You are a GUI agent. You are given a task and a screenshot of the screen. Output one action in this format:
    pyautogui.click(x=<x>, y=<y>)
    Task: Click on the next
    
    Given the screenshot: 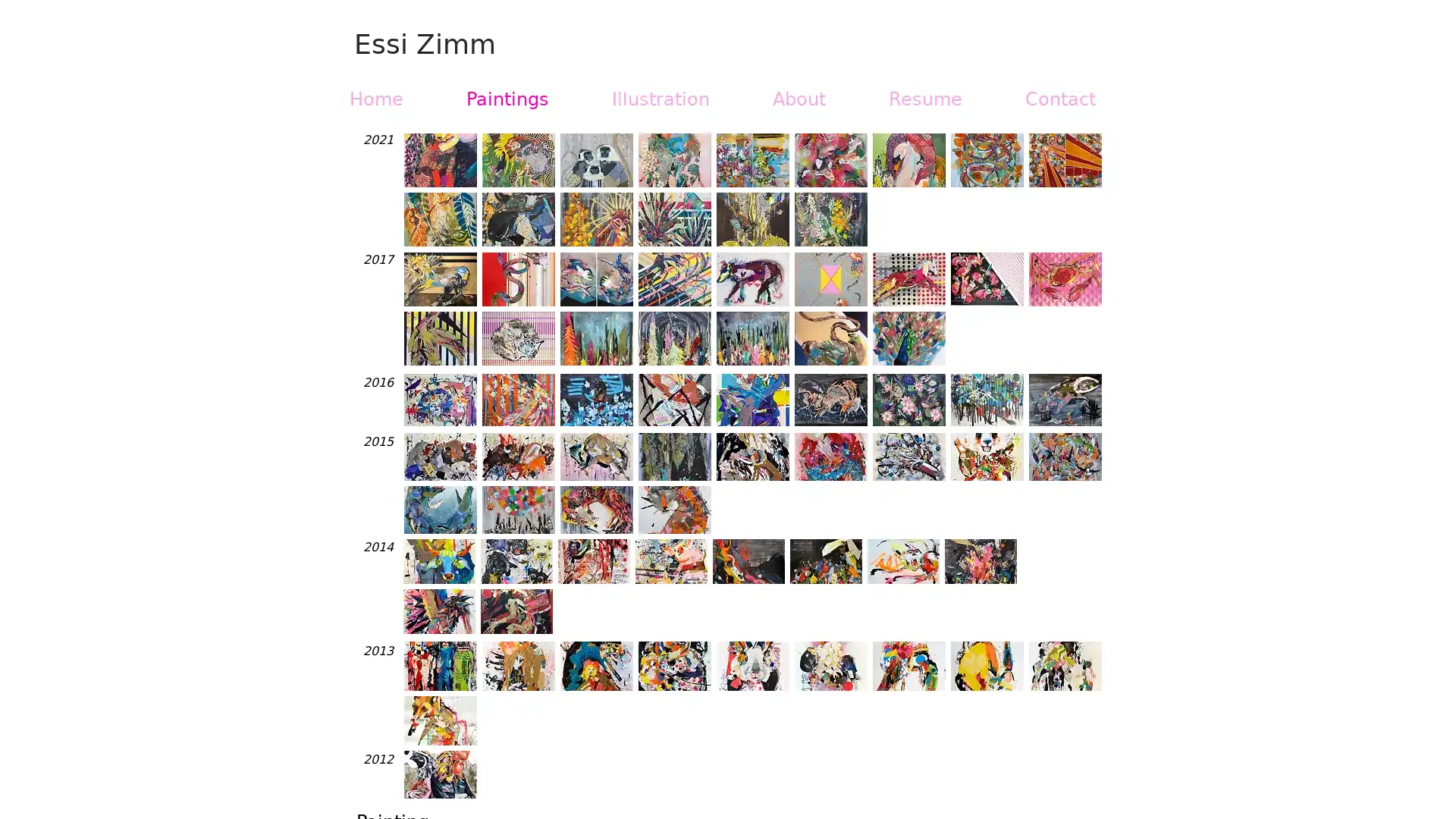 What is the action you would take?
    pyautogui.click(x=1068, y=202)
    